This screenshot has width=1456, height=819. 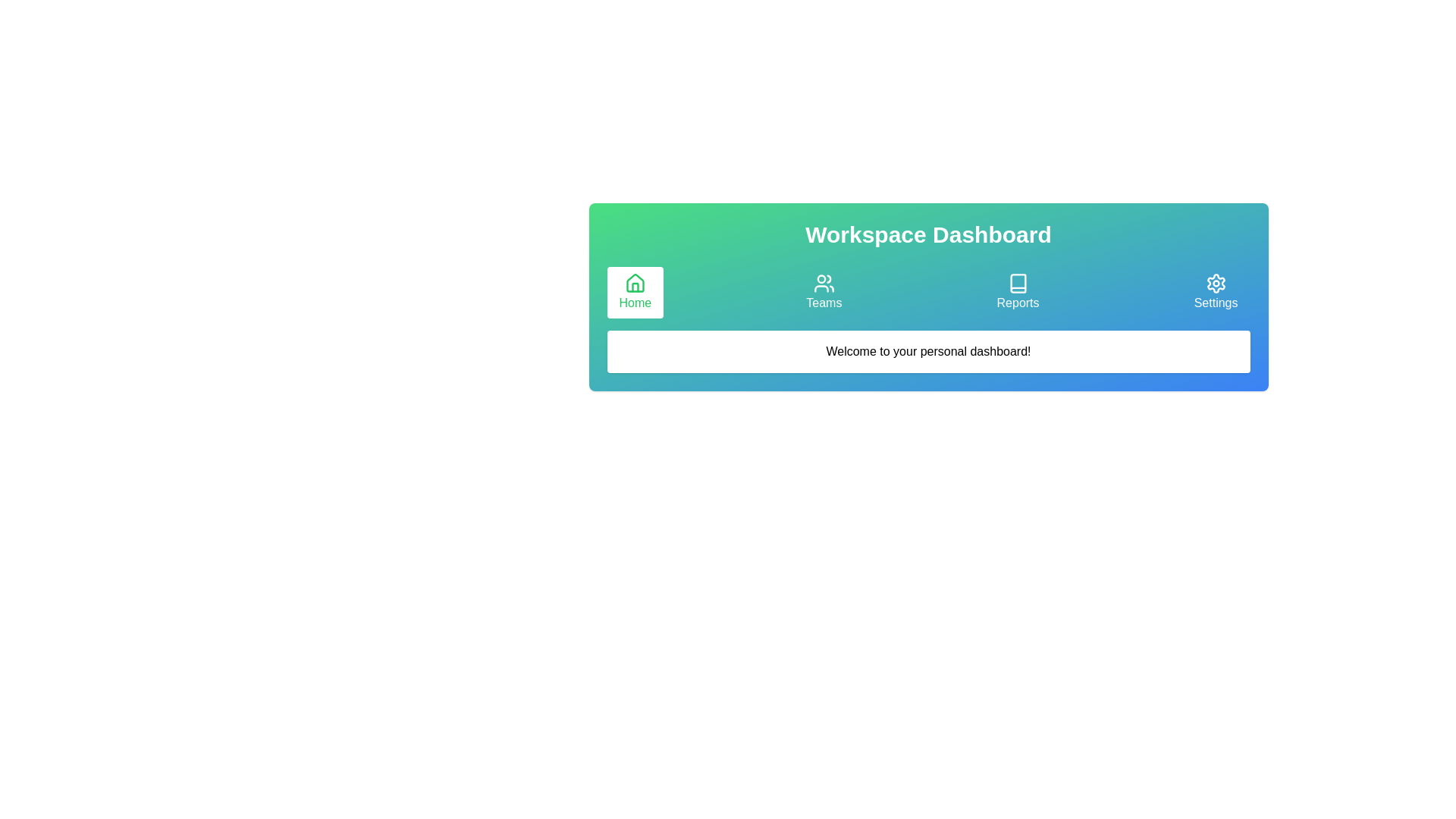 I want to click on the 'Settings' text label, which is styled in white over a blue background and located in the top right corner of the navigation bar, so click(x=1216, y=303).